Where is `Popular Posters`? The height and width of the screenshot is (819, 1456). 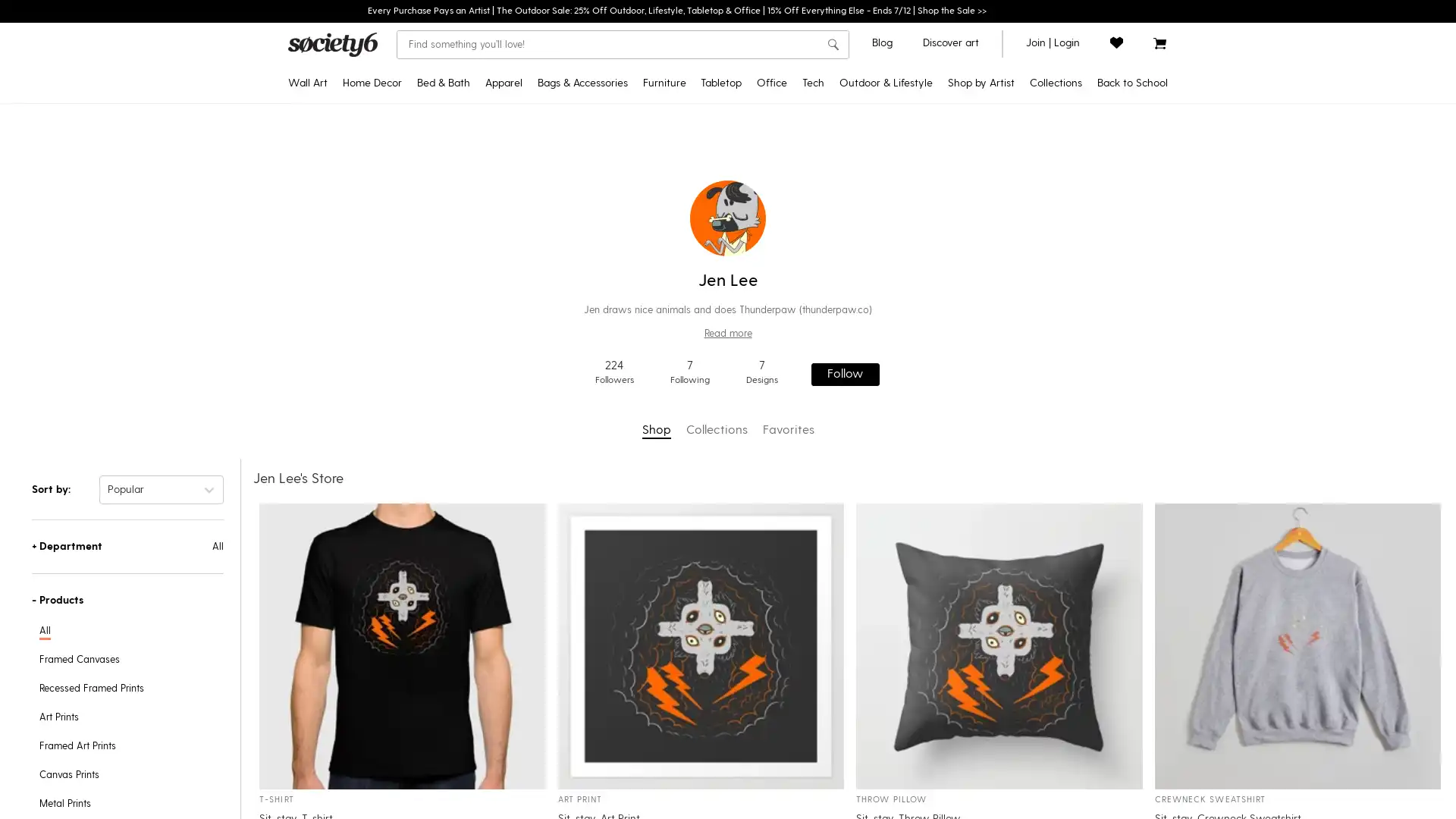 Popular Posters is located at coordinates (1090, 171).